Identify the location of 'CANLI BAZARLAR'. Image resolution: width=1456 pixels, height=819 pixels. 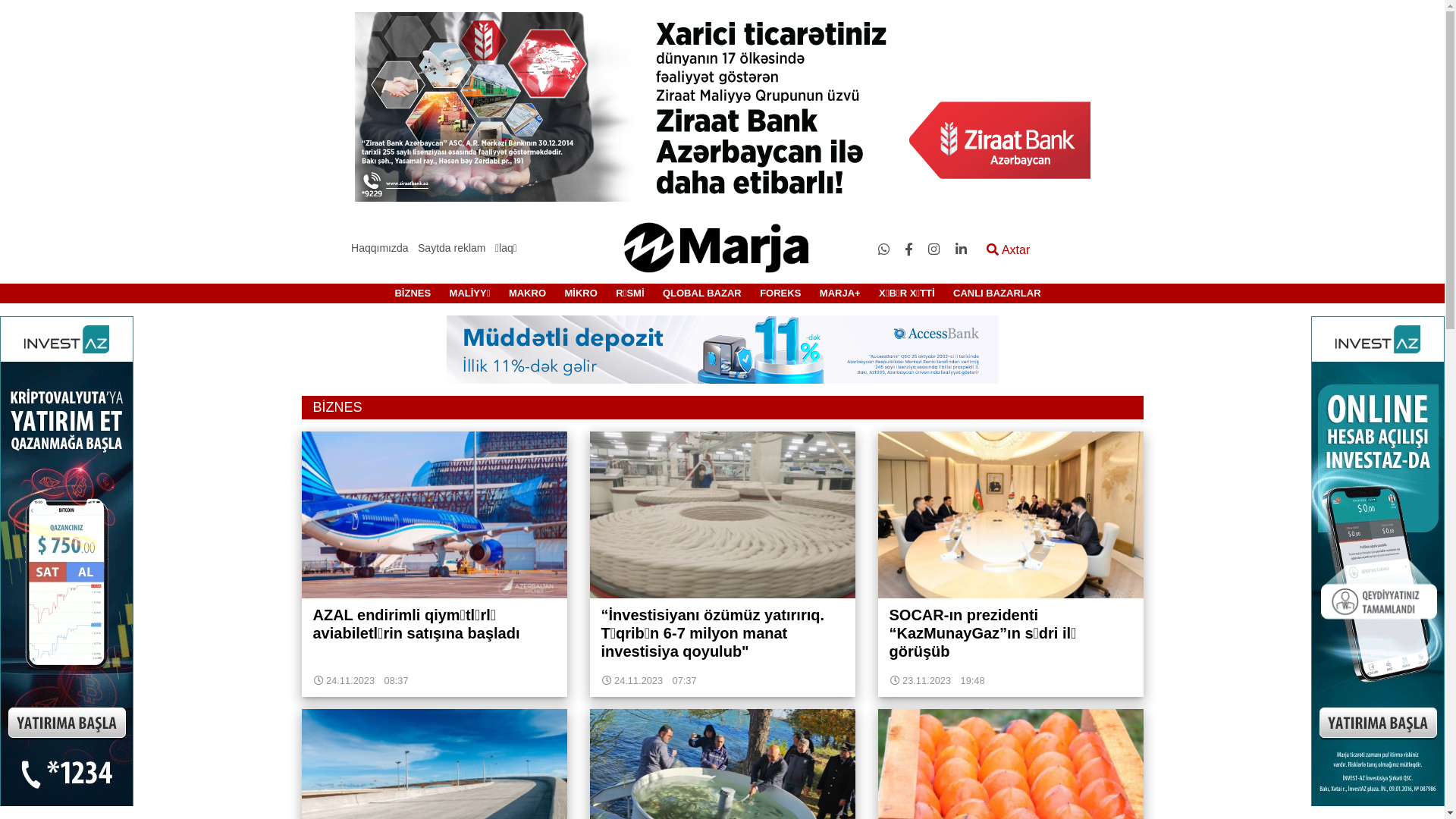
(997, 293).